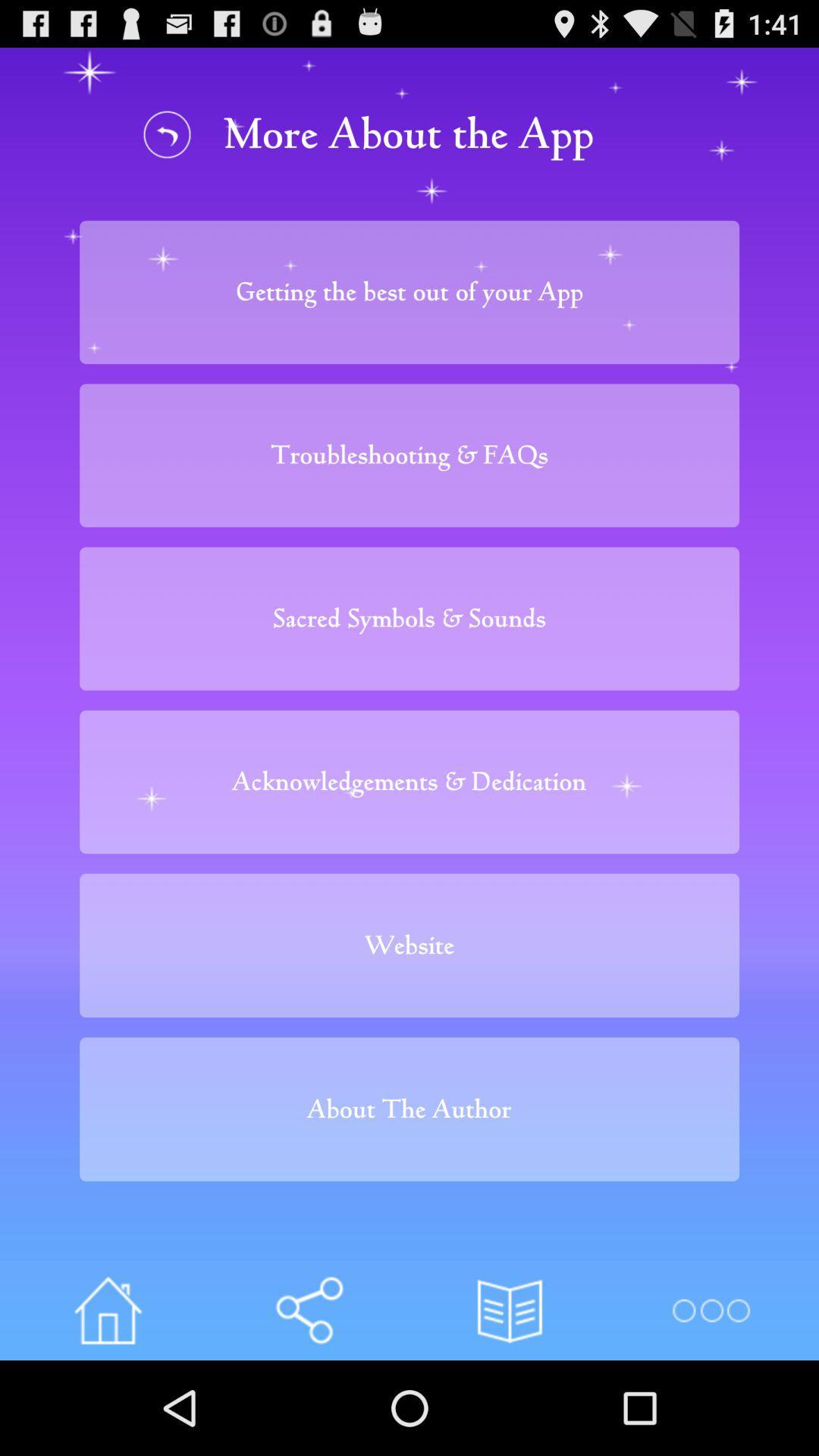 The height and width of the screenshot is (1456, 819). I want to click on go back, so click(167, 134).